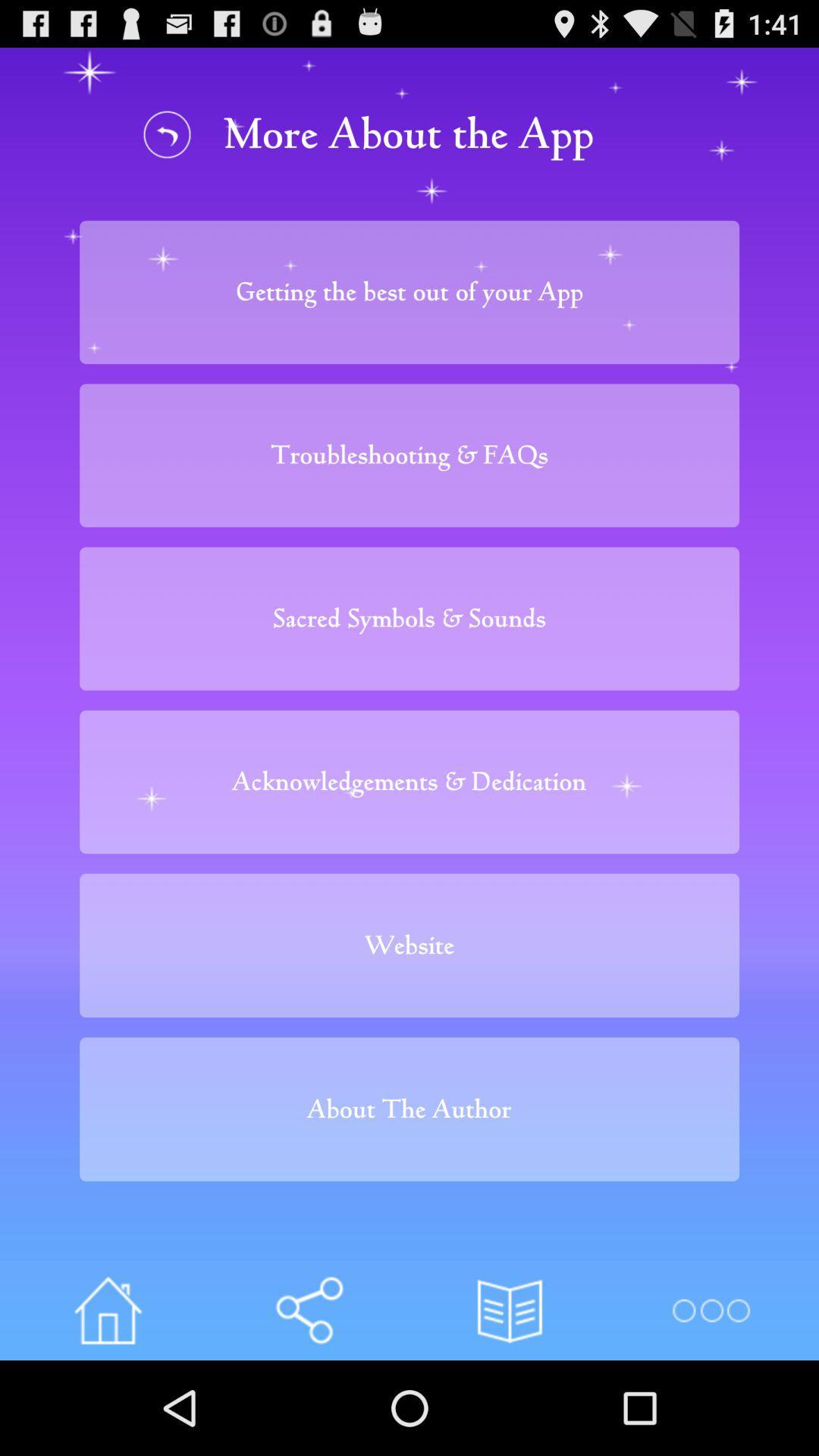 The height and width of the screenshot is (1456, 819). I want to click on go back, so click(167, 134).